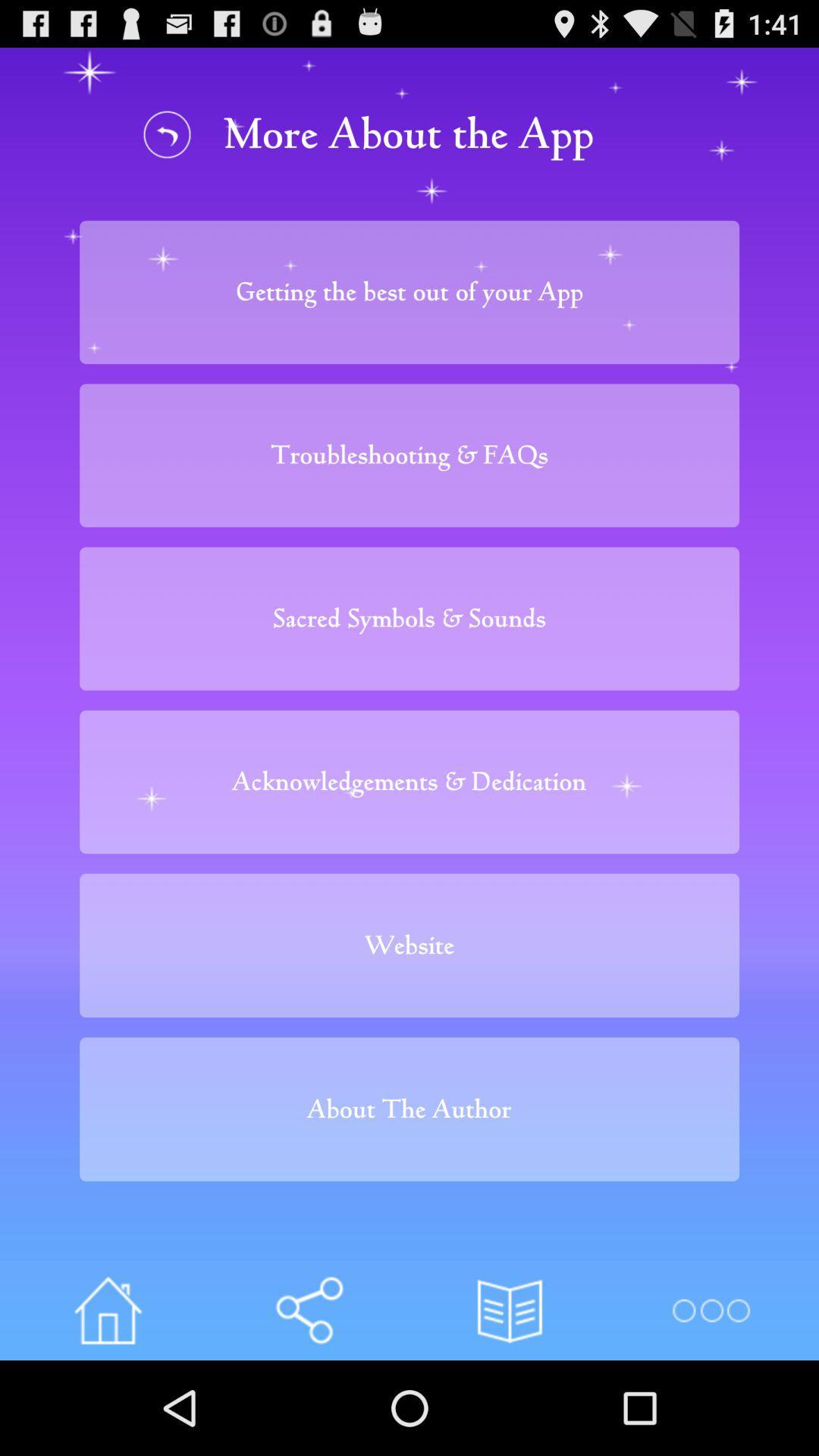 The height and width of the screenshot is (1456, 819). I want to click on go back, so click(167, 134).